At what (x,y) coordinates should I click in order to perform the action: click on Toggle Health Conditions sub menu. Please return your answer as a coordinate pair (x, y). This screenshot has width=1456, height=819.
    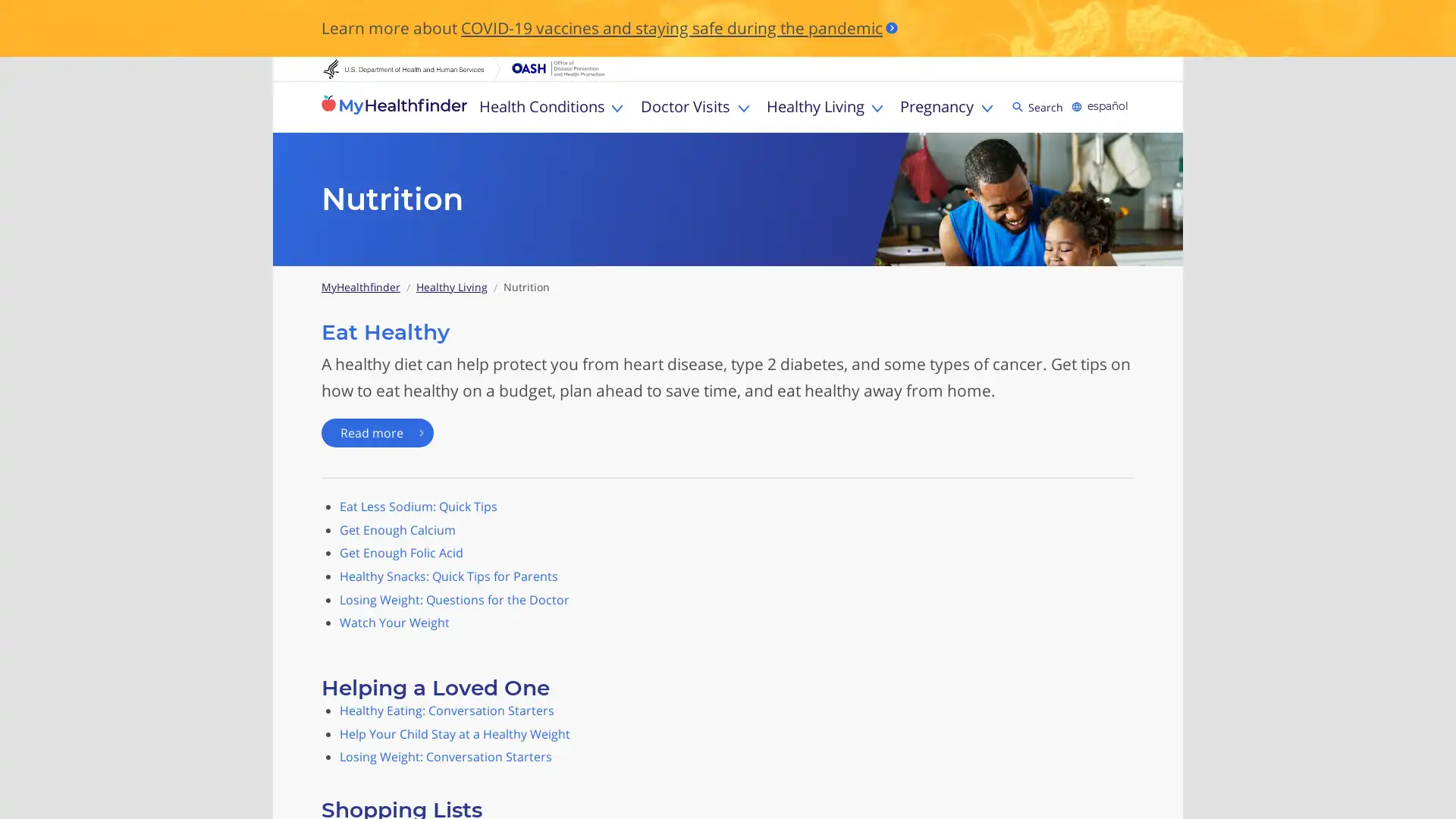
    Looking at the image, I should click on (617, 106).